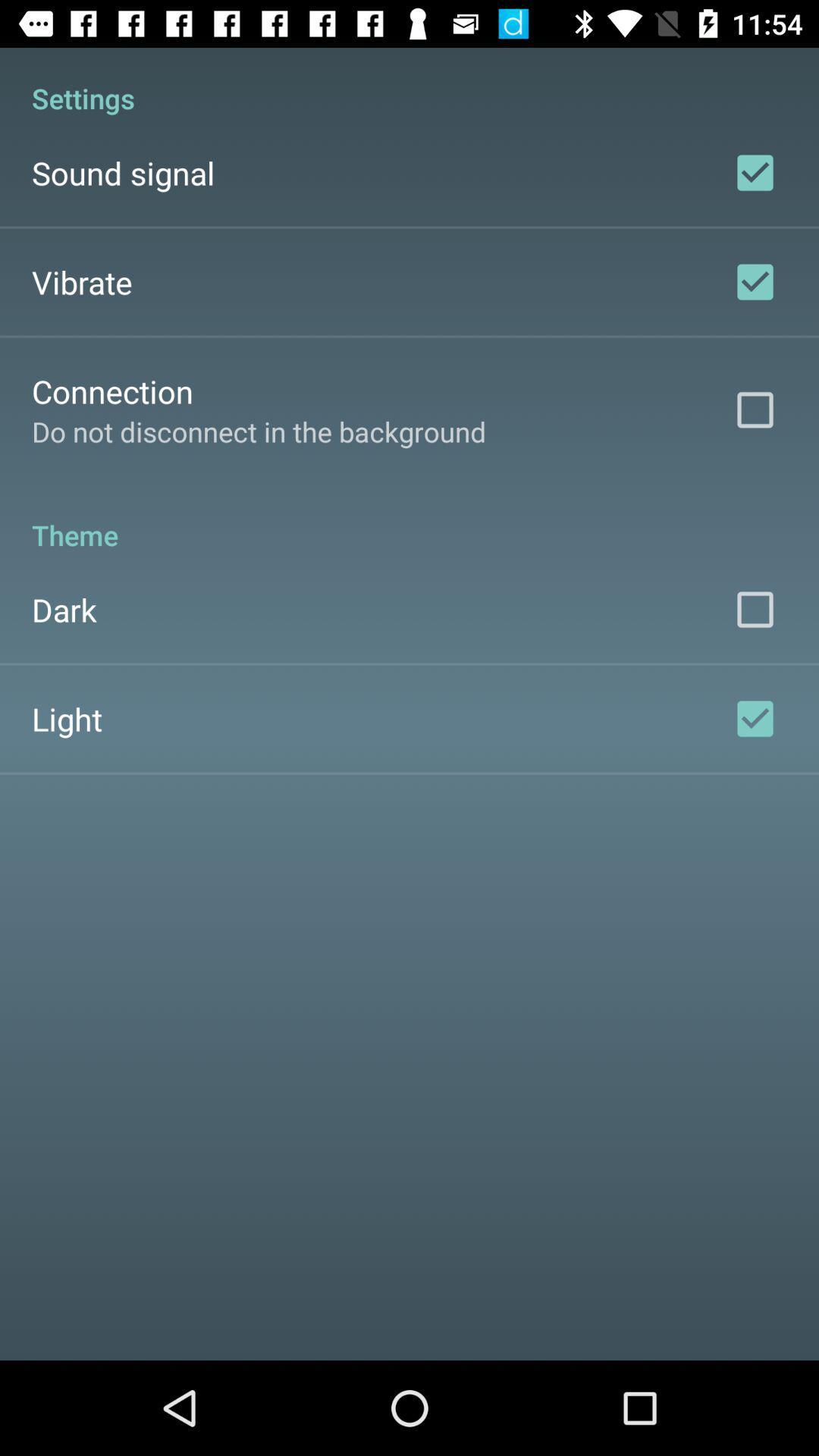 The width and height of the screenshot is (819, 1456). Describe the element at coordinates (63, 610) in the screenshot. I see `icon below the theme app` at that location.